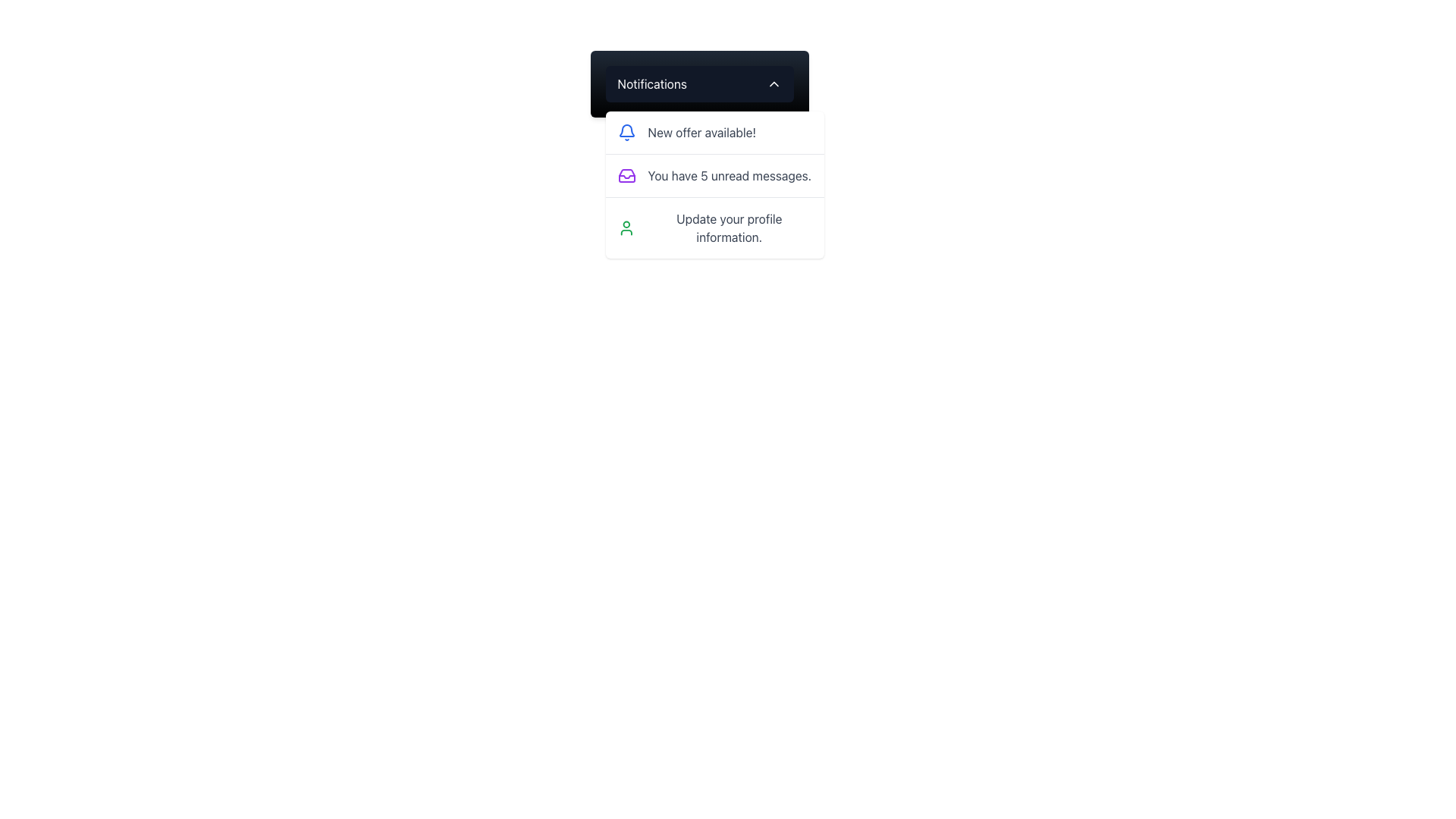 The width and height of the screenshot is (1456, 819). I want to click on the first notification item indicating a new offer, located under the 'Notifications' header, so click(714, 131).